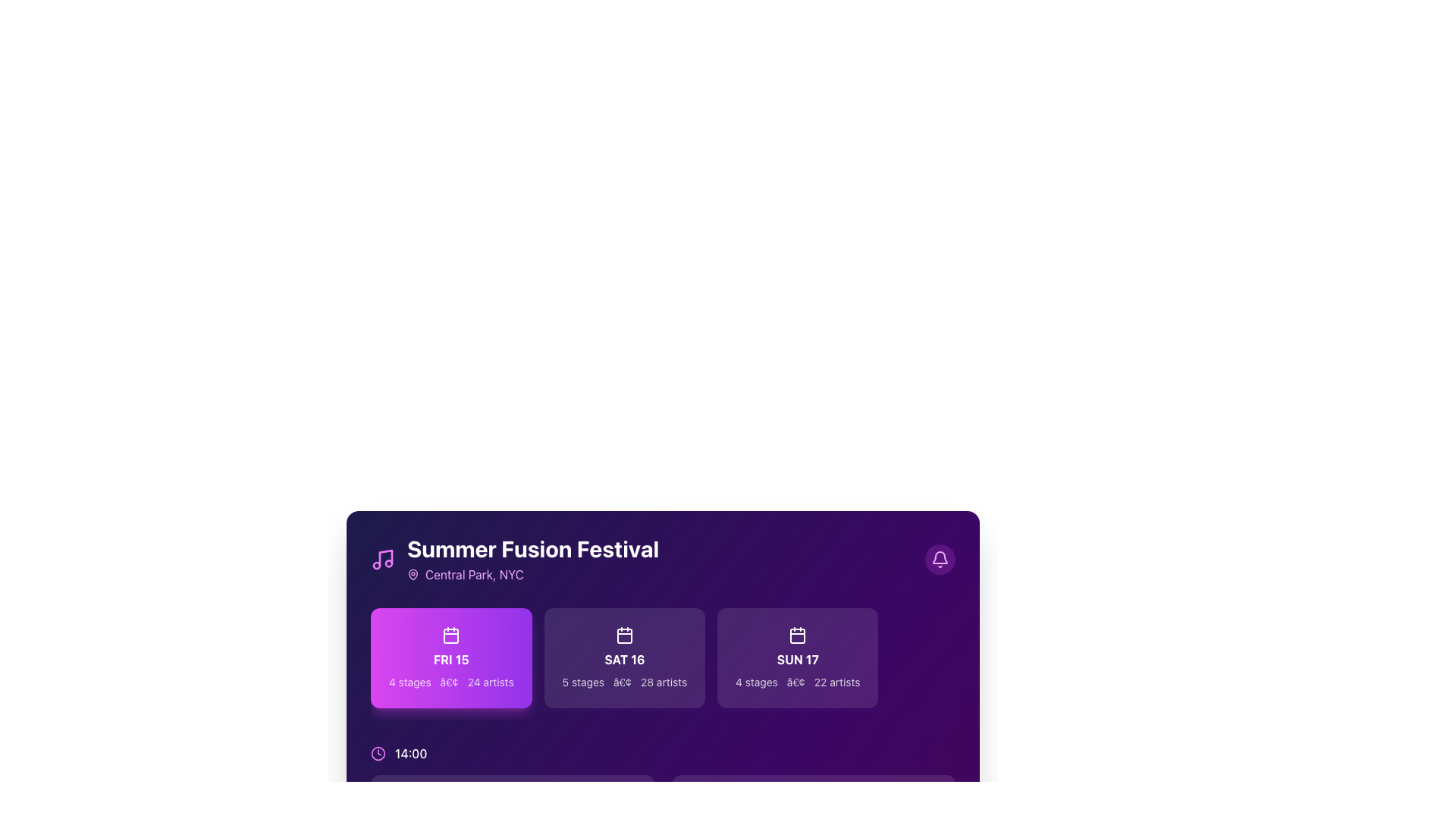 This screenshot has width=1456, height=819. What do you see at coordinates (382, 559) in the screenshot?
I see `the vibrant pink music note icon located at the top-left corner of the card, adjacent to the heading 'Summer Fusion Festival'` at bounding box center [382, 559].